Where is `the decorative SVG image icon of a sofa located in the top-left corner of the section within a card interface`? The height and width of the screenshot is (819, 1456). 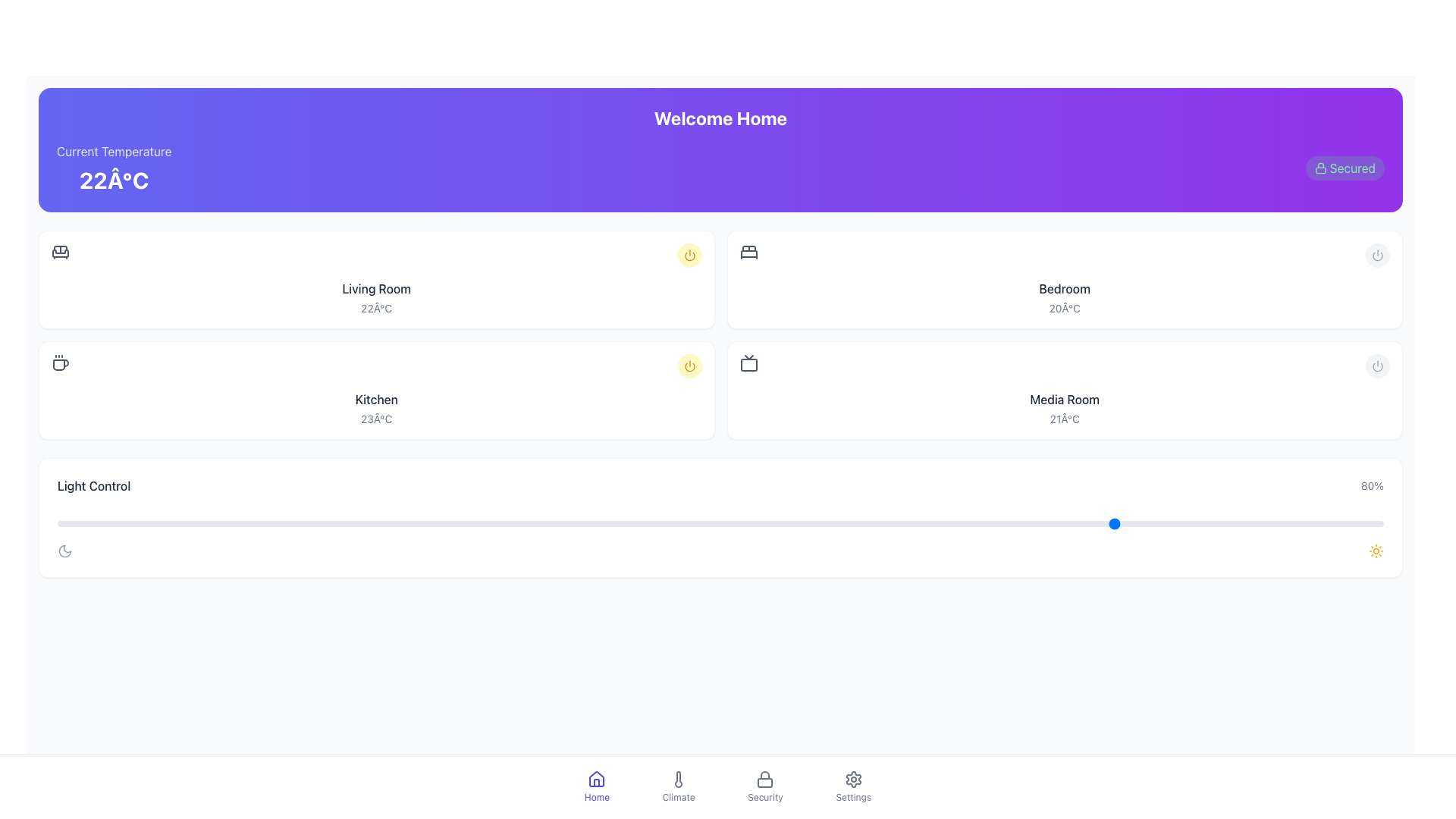 the decorative SVG image icon of a sofa located in the top-left corner of the section within a card interface is located at coordinates (61, 251).